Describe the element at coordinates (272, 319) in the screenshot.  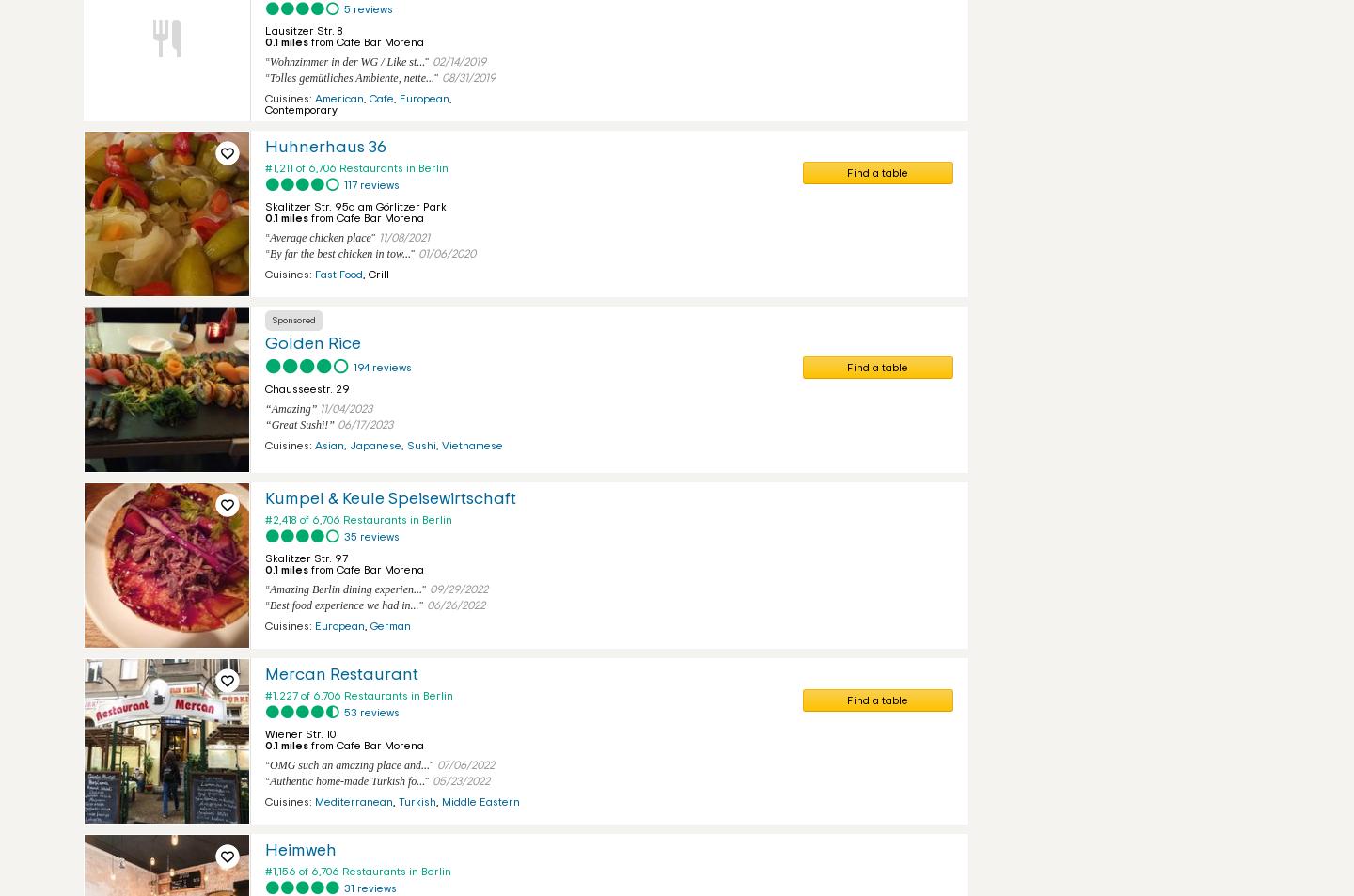
I see `'Sponsored'` at that location.